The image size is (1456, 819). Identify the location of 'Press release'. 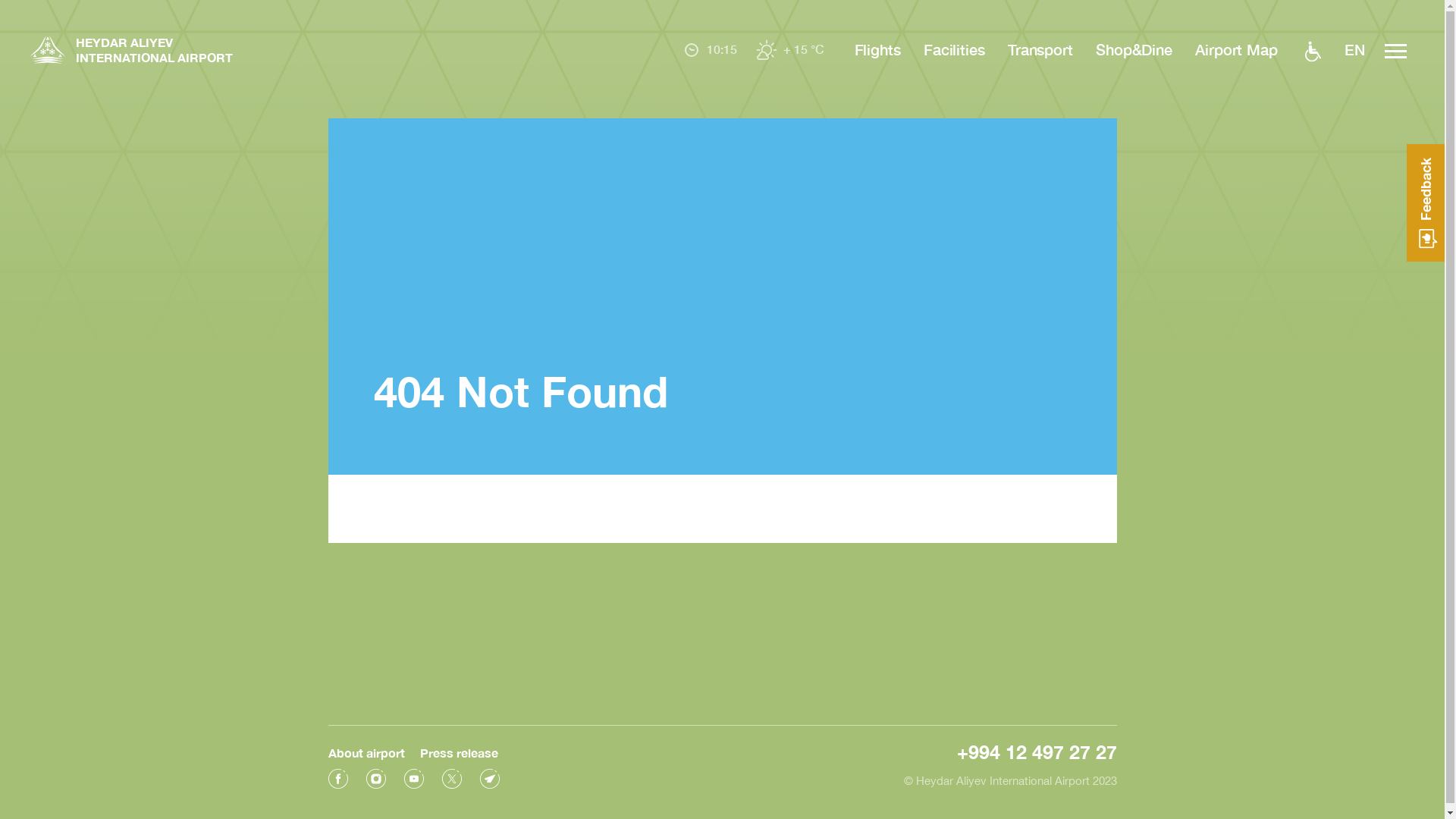
(458, 752).